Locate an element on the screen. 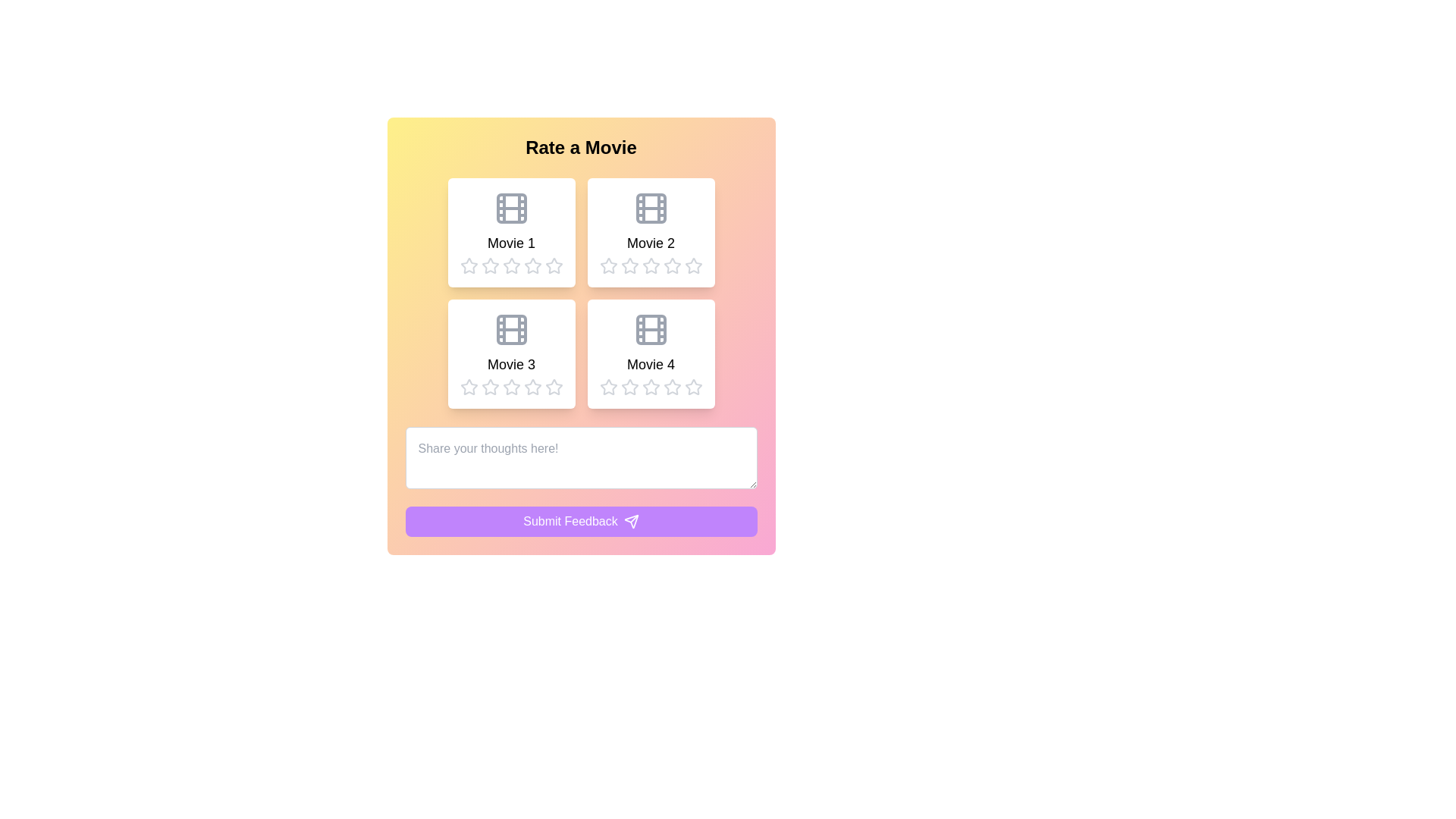  the icon representing the movie titled 'Movie 3', which serves as a visual representation of the film is located at coordinates (511, 329).